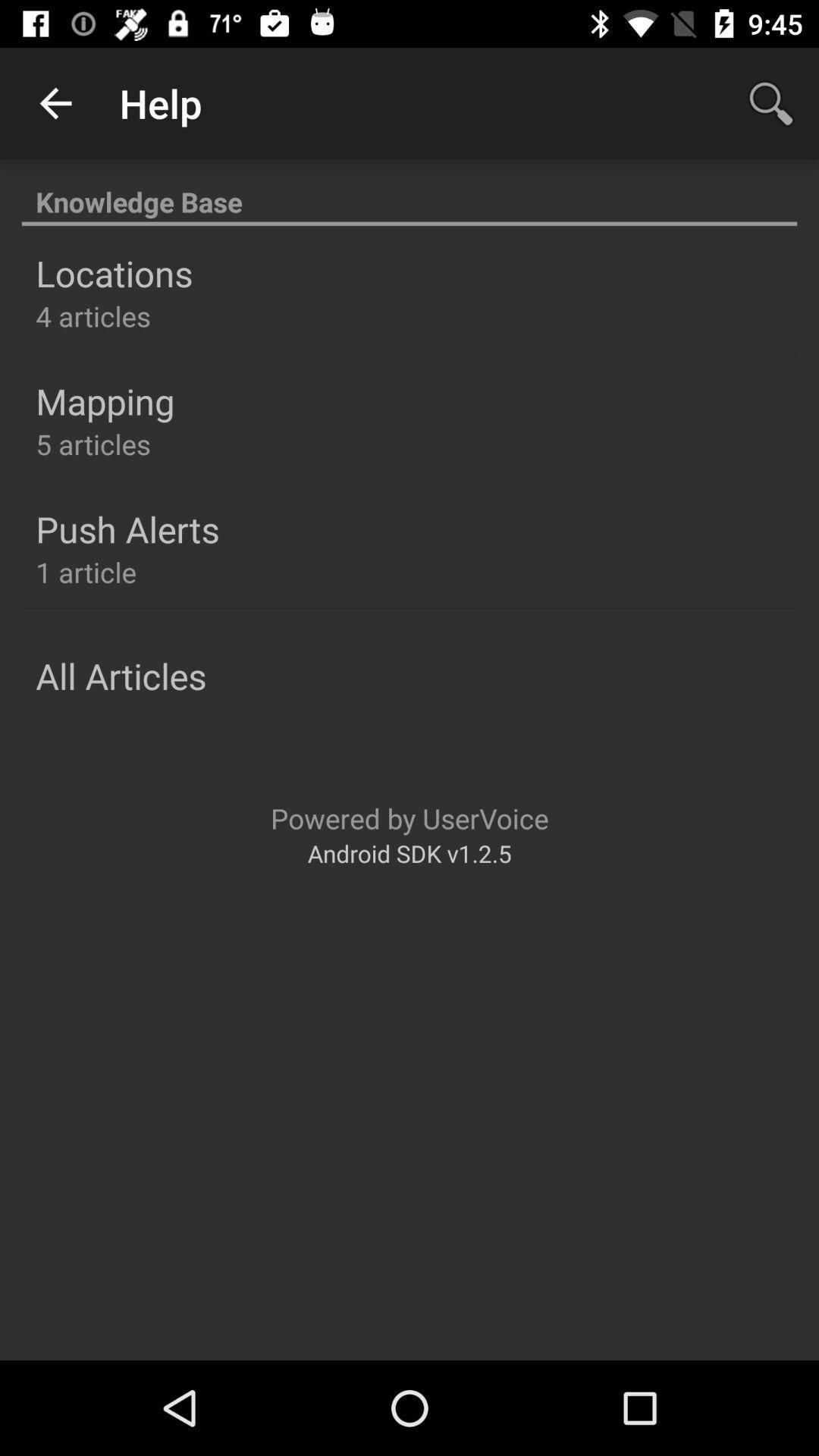 This screenshot has width=819, height=1456. I want to click on 5 articles icon, so click(93, 443).